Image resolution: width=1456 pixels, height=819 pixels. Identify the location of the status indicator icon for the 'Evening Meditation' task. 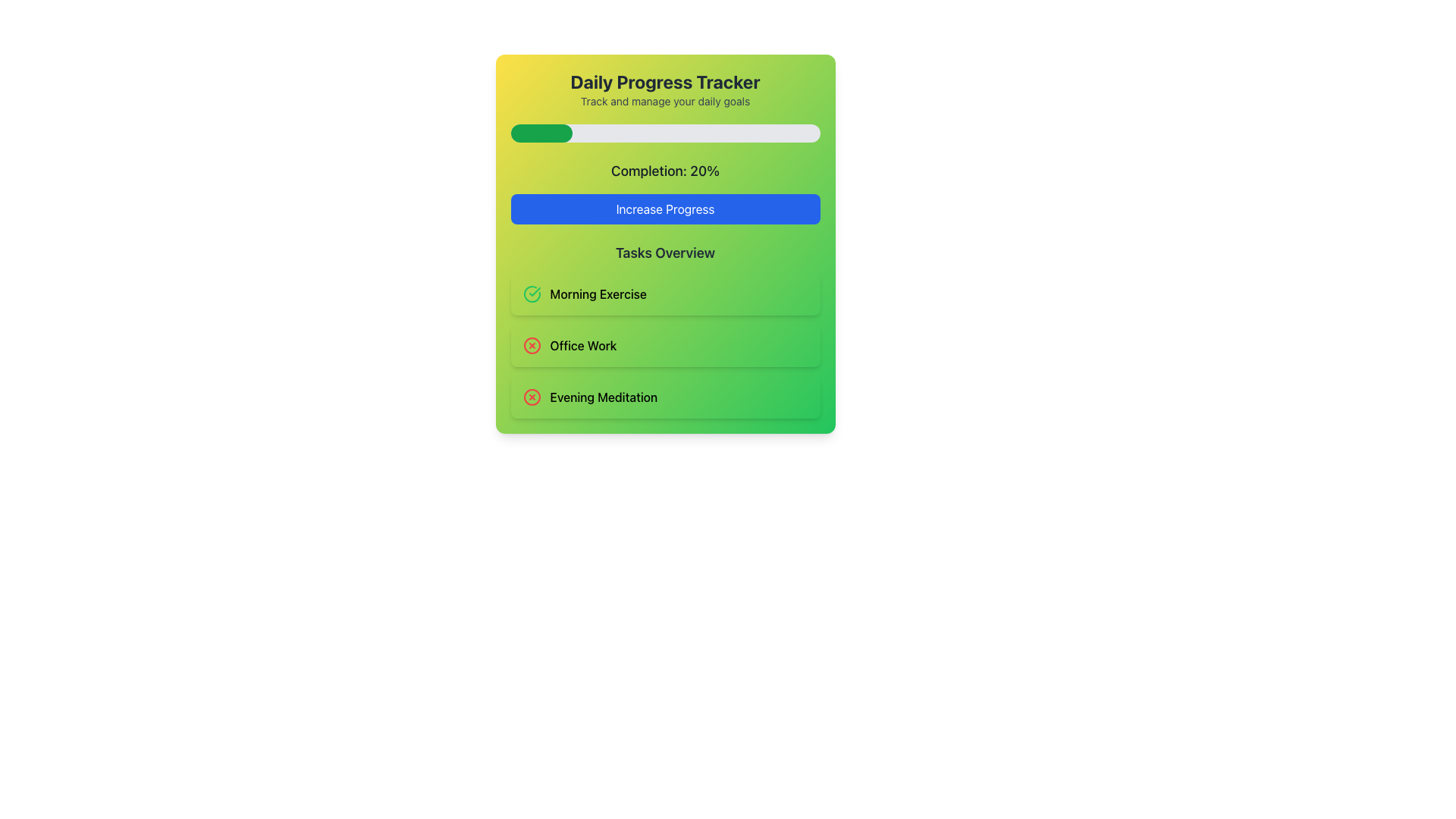
(532, 397).